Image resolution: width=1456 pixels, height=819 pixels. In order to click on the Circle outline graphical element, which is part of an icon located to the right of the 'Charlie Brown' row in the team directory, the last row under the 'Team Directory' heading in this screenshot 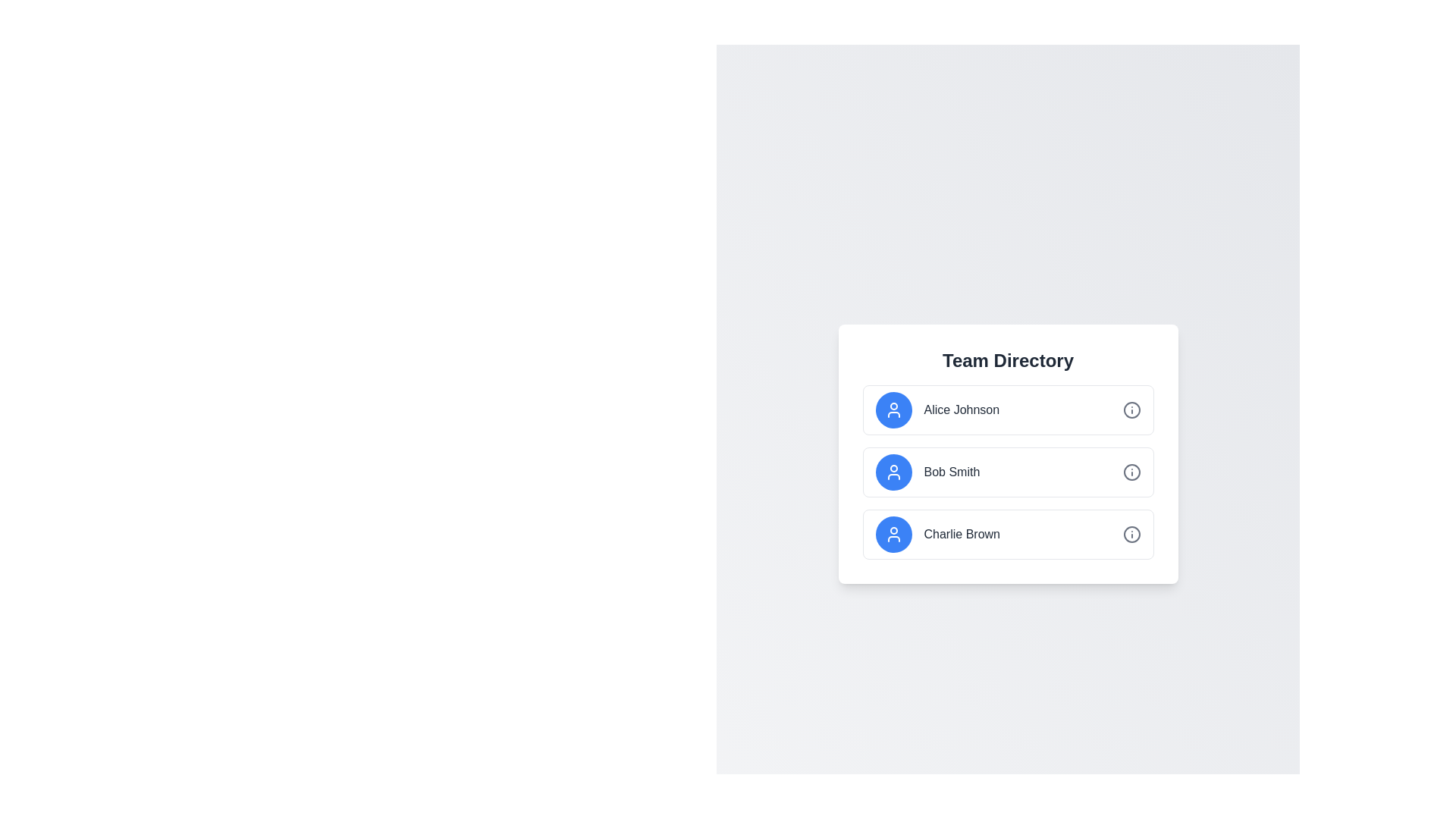, I will do `click(1131, 534)`.